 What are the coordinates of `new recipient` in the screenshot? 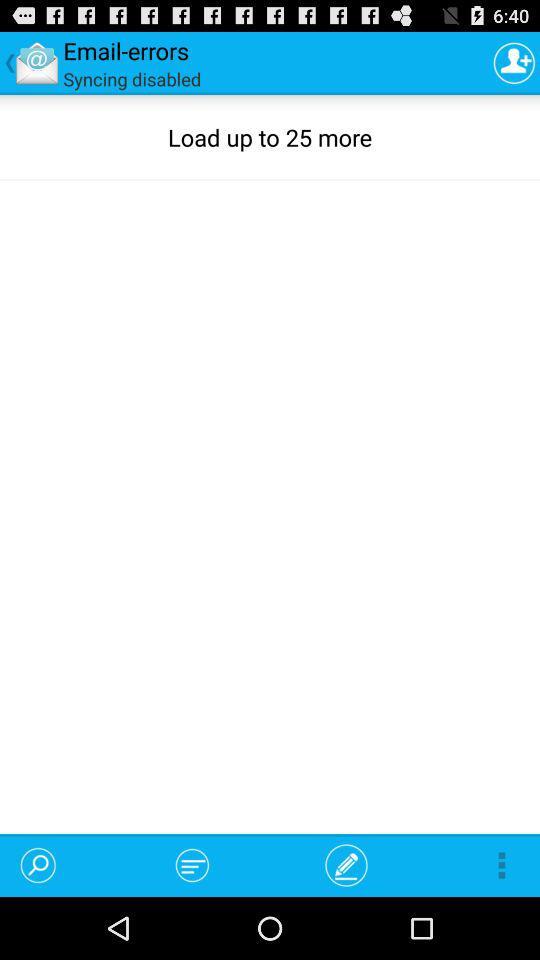 It's located at (514, 62).